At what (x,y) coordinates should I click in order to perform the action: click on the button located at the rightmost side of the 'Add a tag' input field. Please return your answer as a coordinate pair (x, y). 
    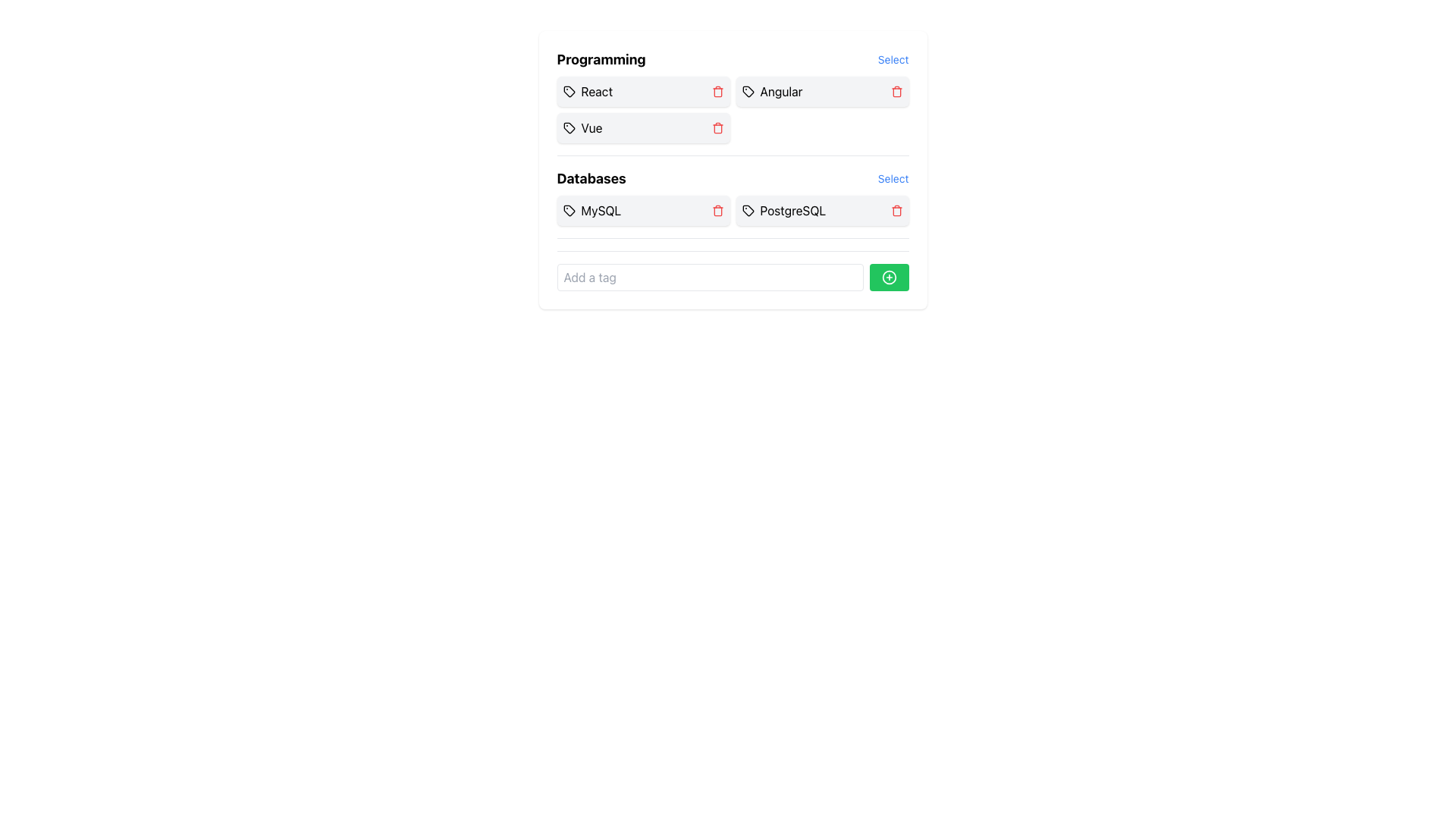
    Looking at the image, I should click on (889, 278).